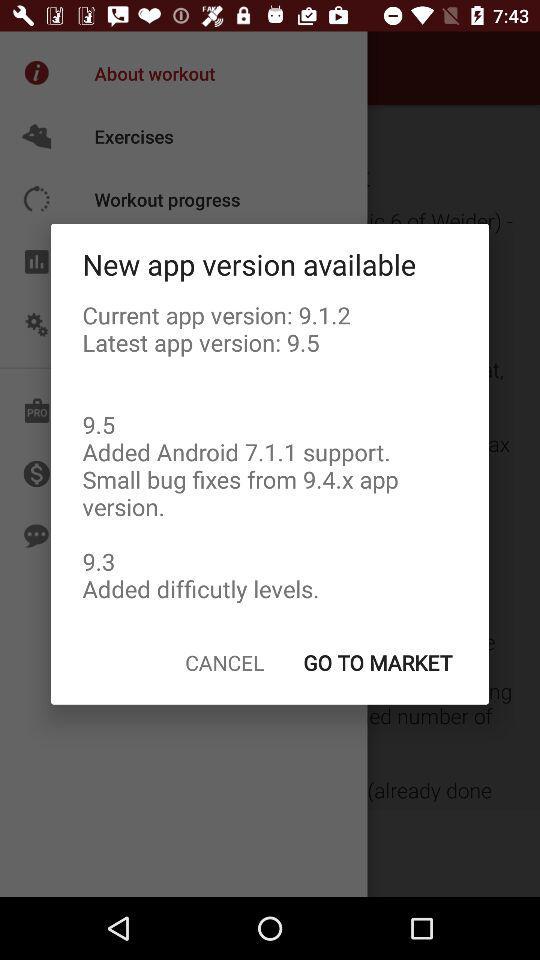 The width and height of the screenshot is (540, 960). Describe the element at coordinates (223, 662) in the screenshot. I see `cancel icon` at that location.